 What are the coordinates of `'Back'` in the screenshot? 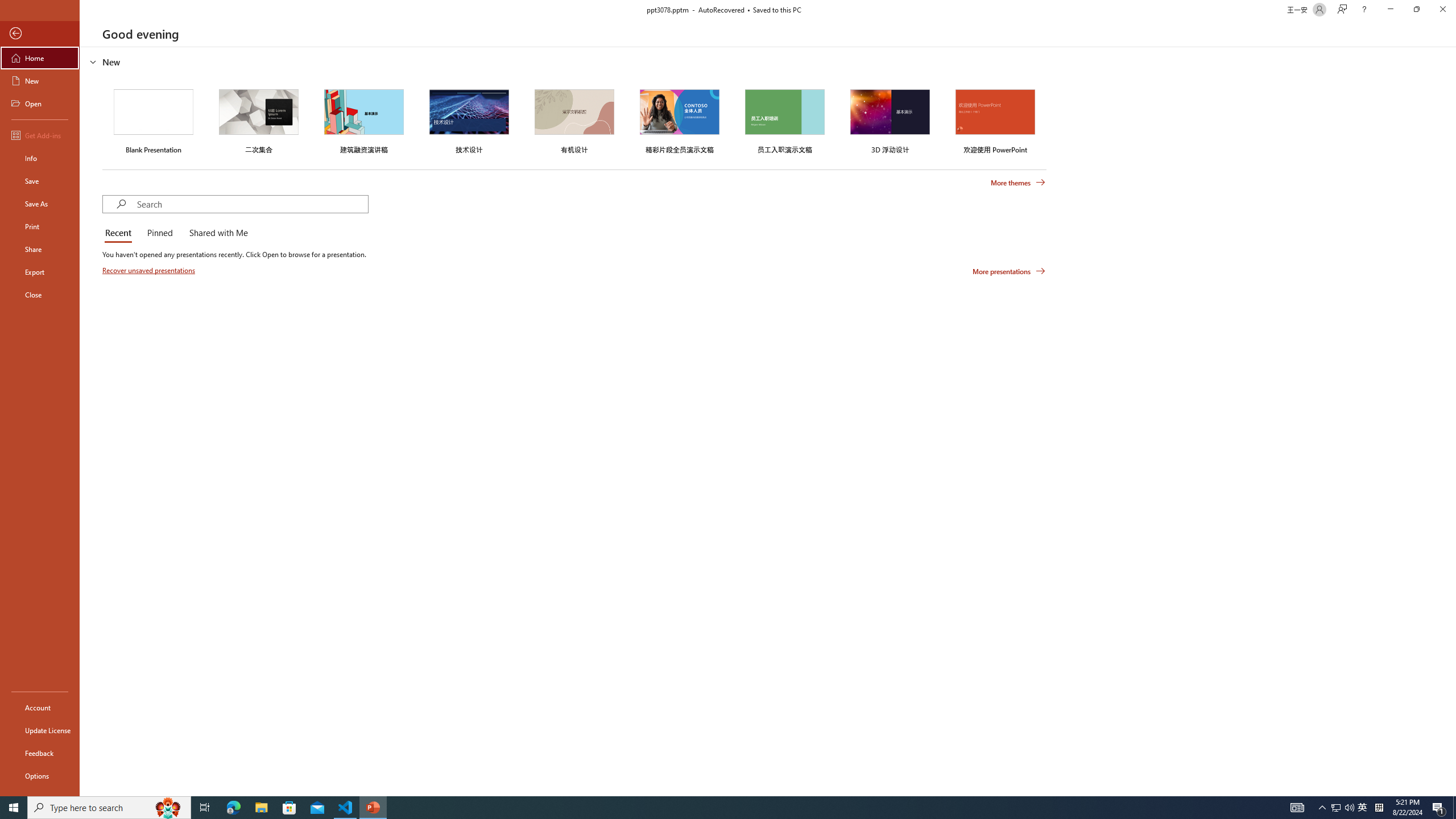 It's located at (39, 33).